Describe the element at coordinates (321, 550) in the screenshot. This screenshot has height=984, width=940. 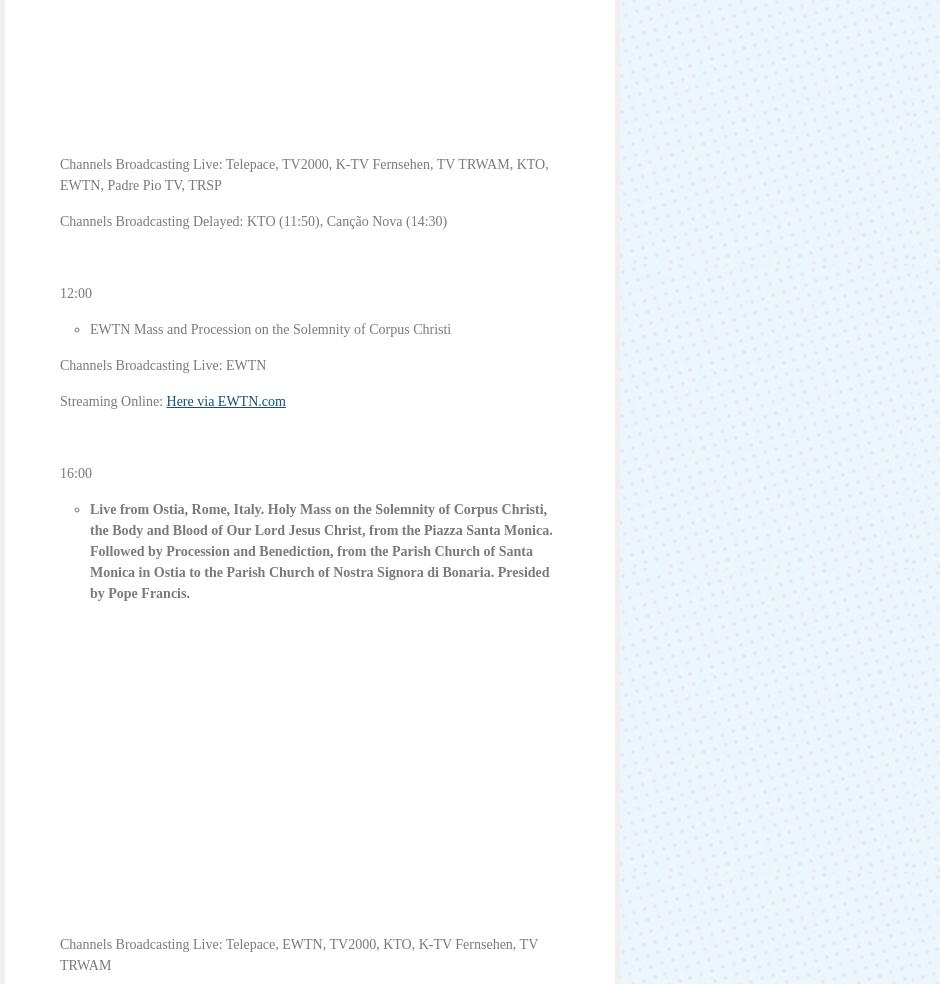
I see `'Live from Ostia, Rome, Italy. Holy Mass on the Solemnity of Corpus Christi, the Body and Blood of Our Lord Jesus Christ, from the Piazza Santa Monica. Followed by Procession and Benediction, from the Parish Church of Santa Monica in Ostia to the Parish Church of Nostra Signora di Bonaria. Presided by Pope Francis.'` at that location.